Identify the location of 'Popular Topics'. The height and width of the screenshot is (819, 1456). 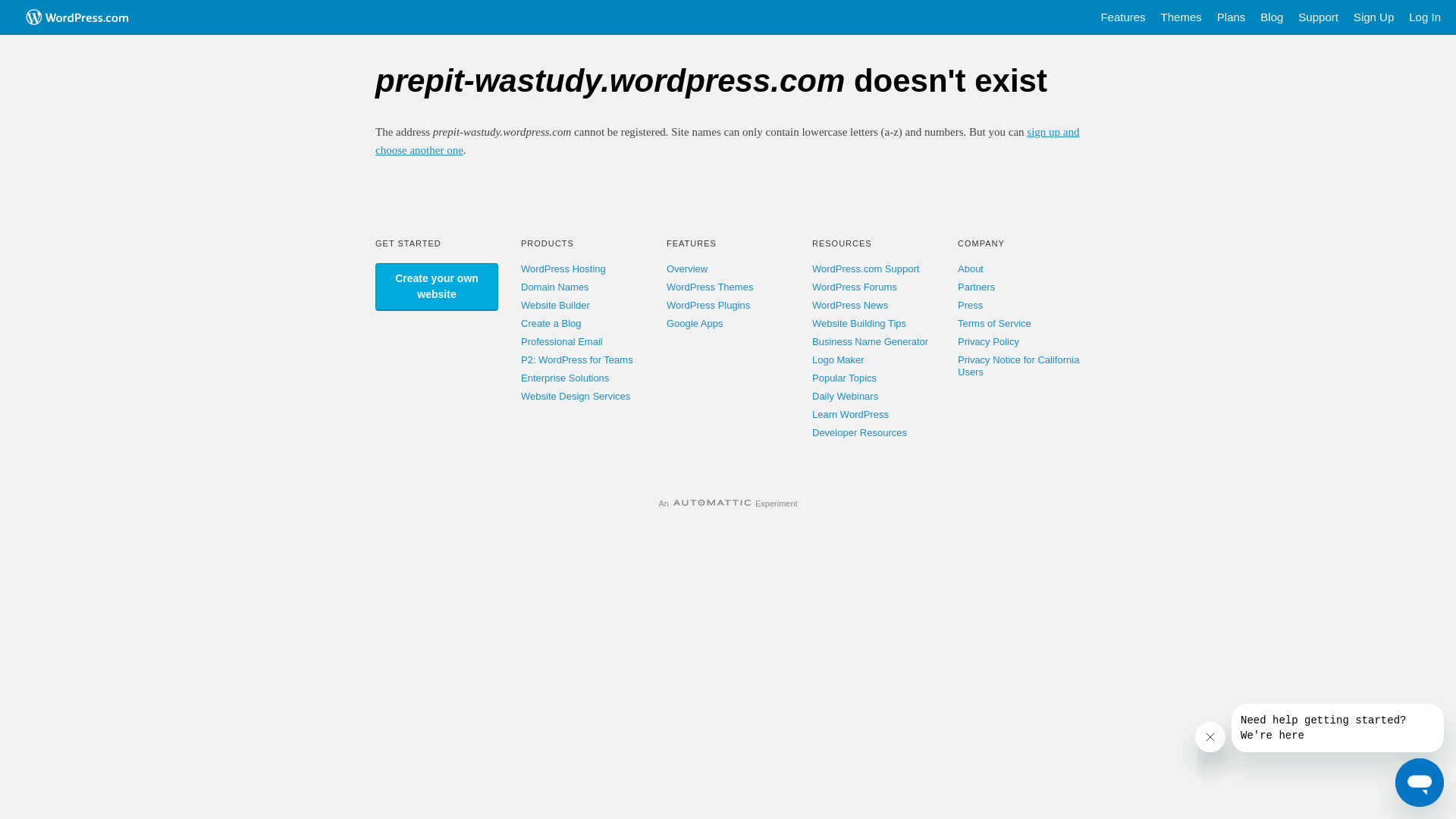
(811, 377).